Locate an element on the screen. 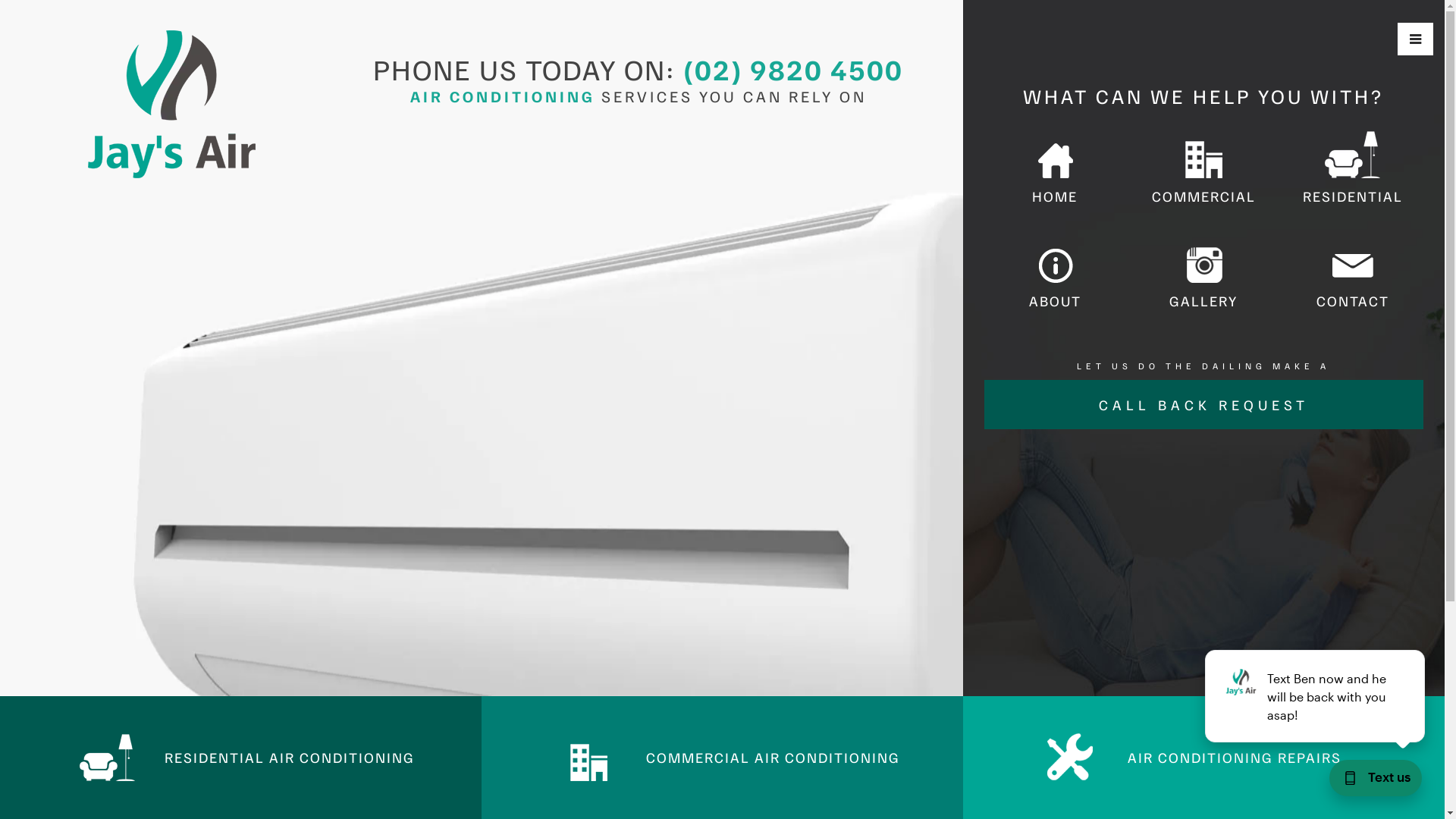 Image resolution: width=1456 pixels, height=819 pixels. 'COMMERCIAL' is located at coordinates (1203, 169).